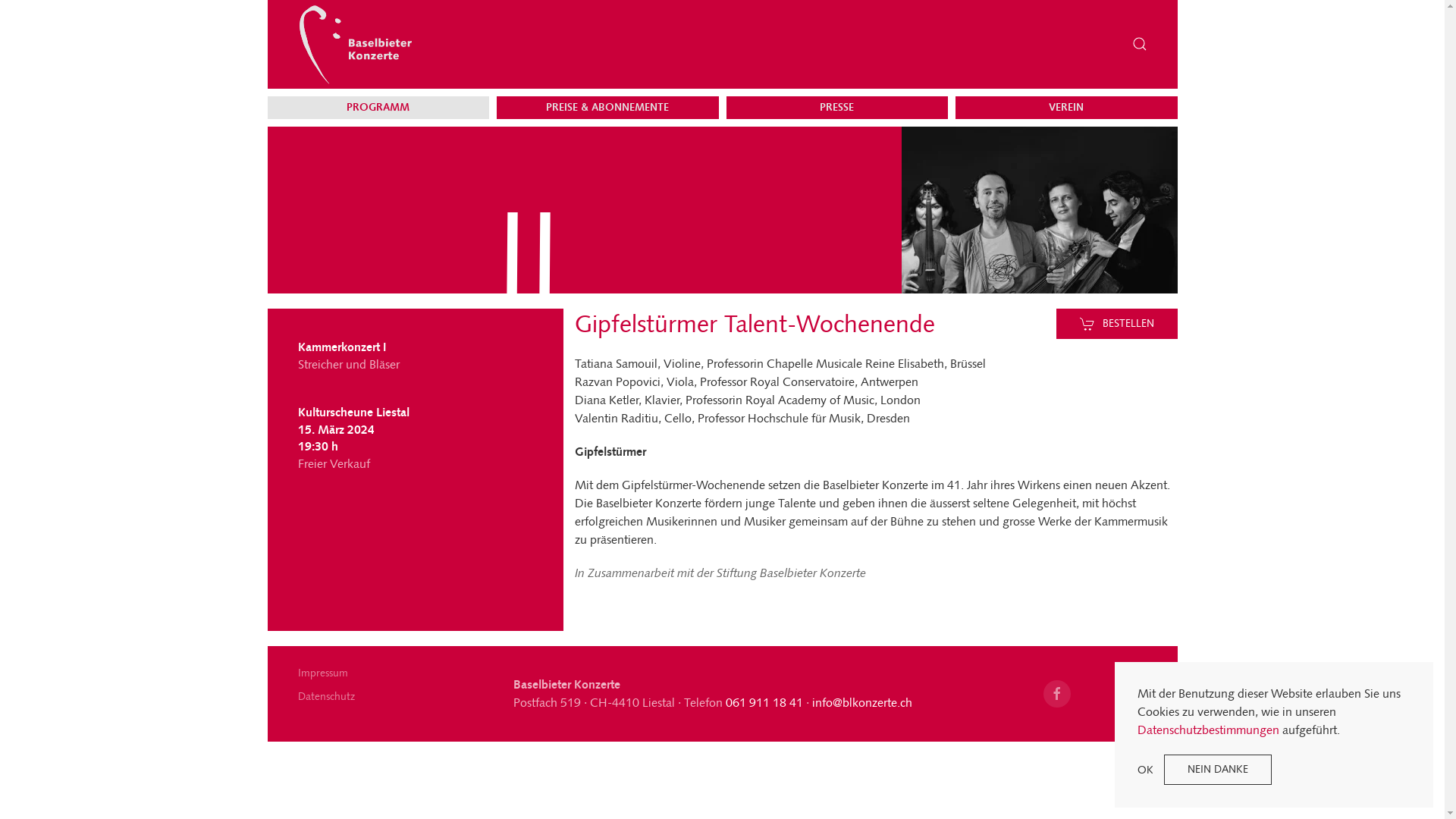 This screenshot has width=1456, height=819. I want to click on 'NEIN DANKE', so click(1218, 769).